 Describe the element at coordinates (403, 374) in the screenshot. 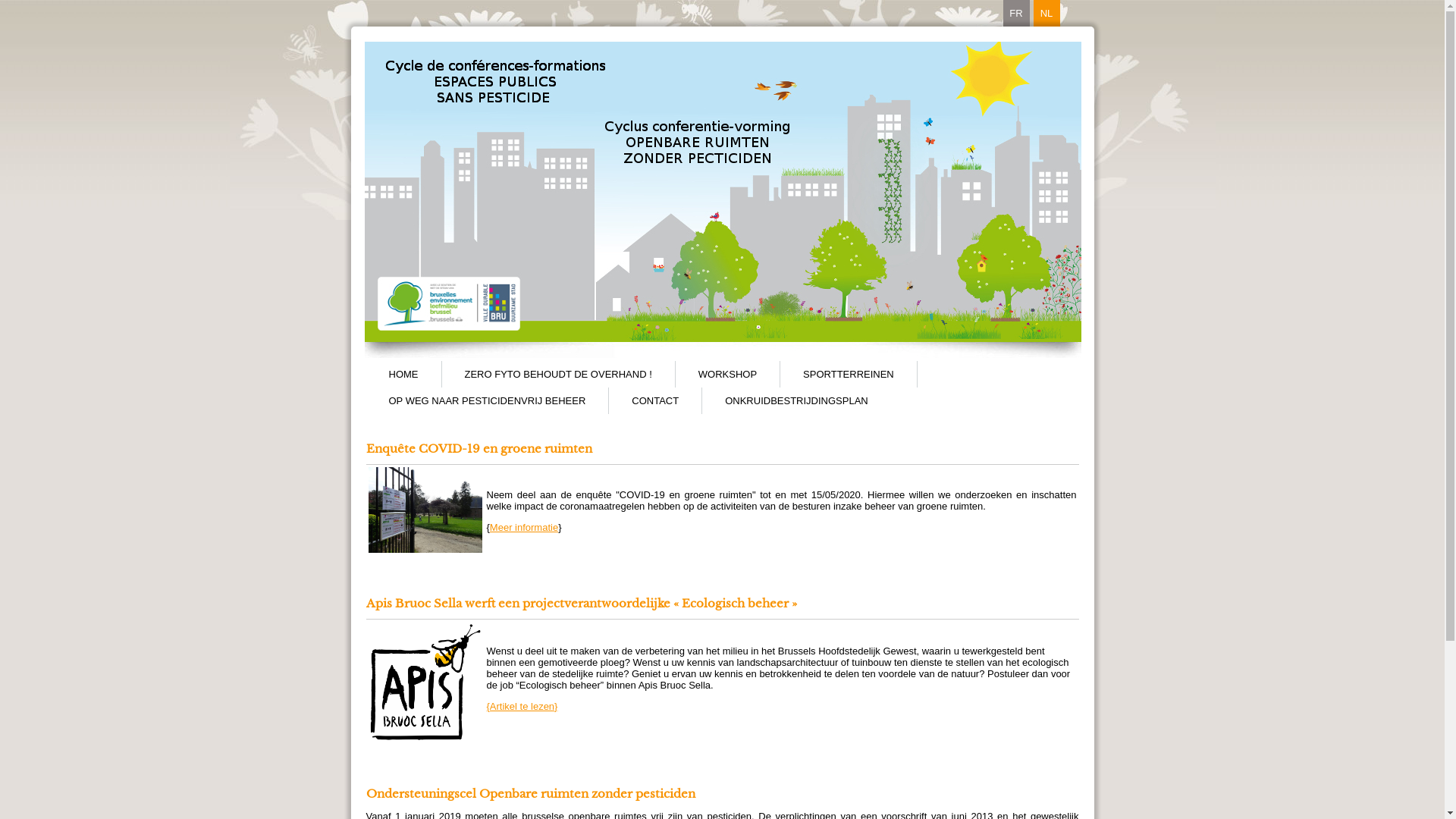

I see `'HOME'` at that location.